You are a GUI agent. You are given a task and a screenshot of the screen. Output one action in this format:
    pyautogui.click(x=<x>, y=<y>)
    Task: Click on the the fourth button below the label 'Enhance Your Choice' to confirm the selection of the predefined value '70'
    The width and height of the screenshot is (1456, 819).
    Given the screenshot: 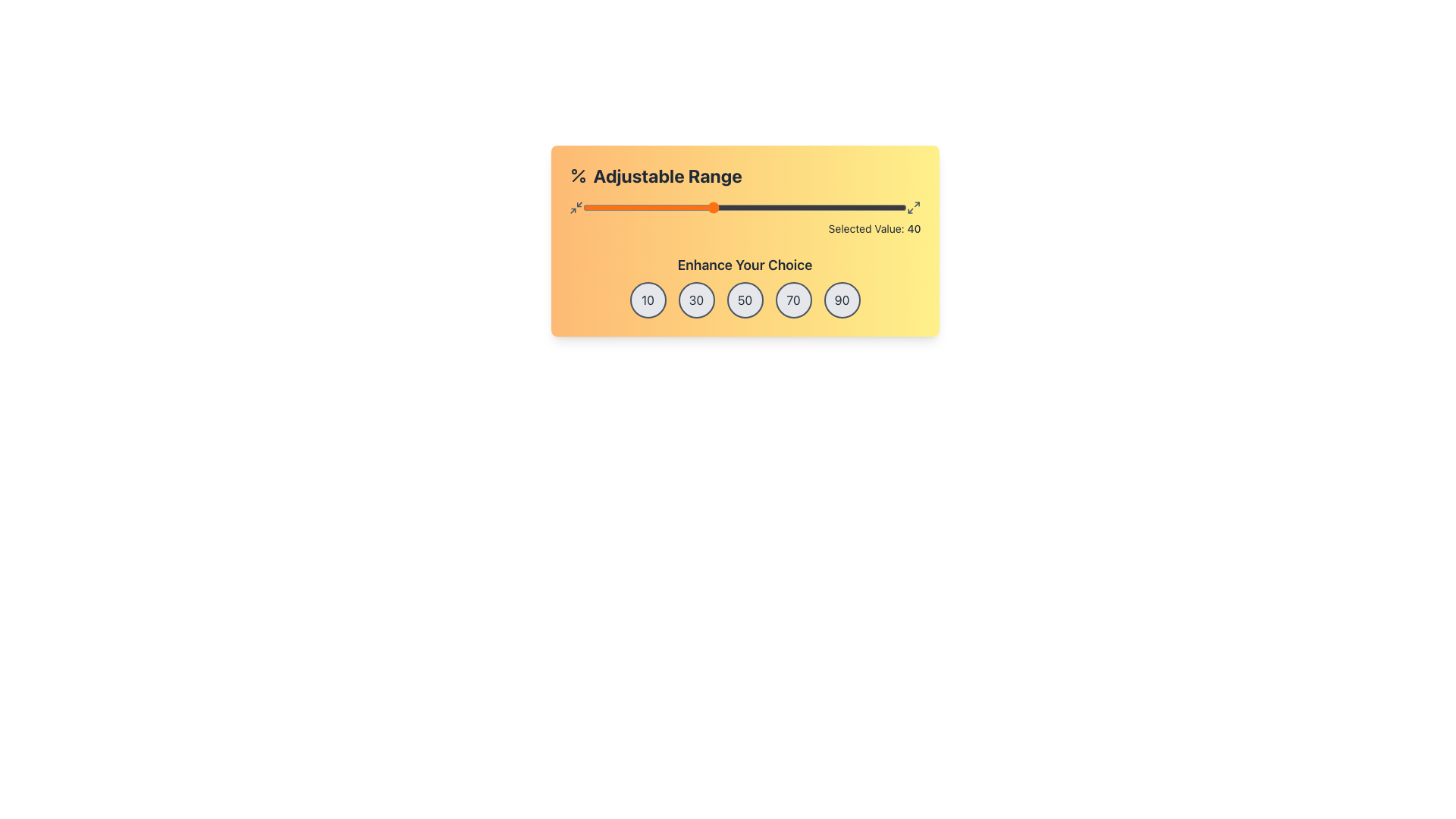 What is the action you would take?
    pyautogui.click(x=792, y=300)
    